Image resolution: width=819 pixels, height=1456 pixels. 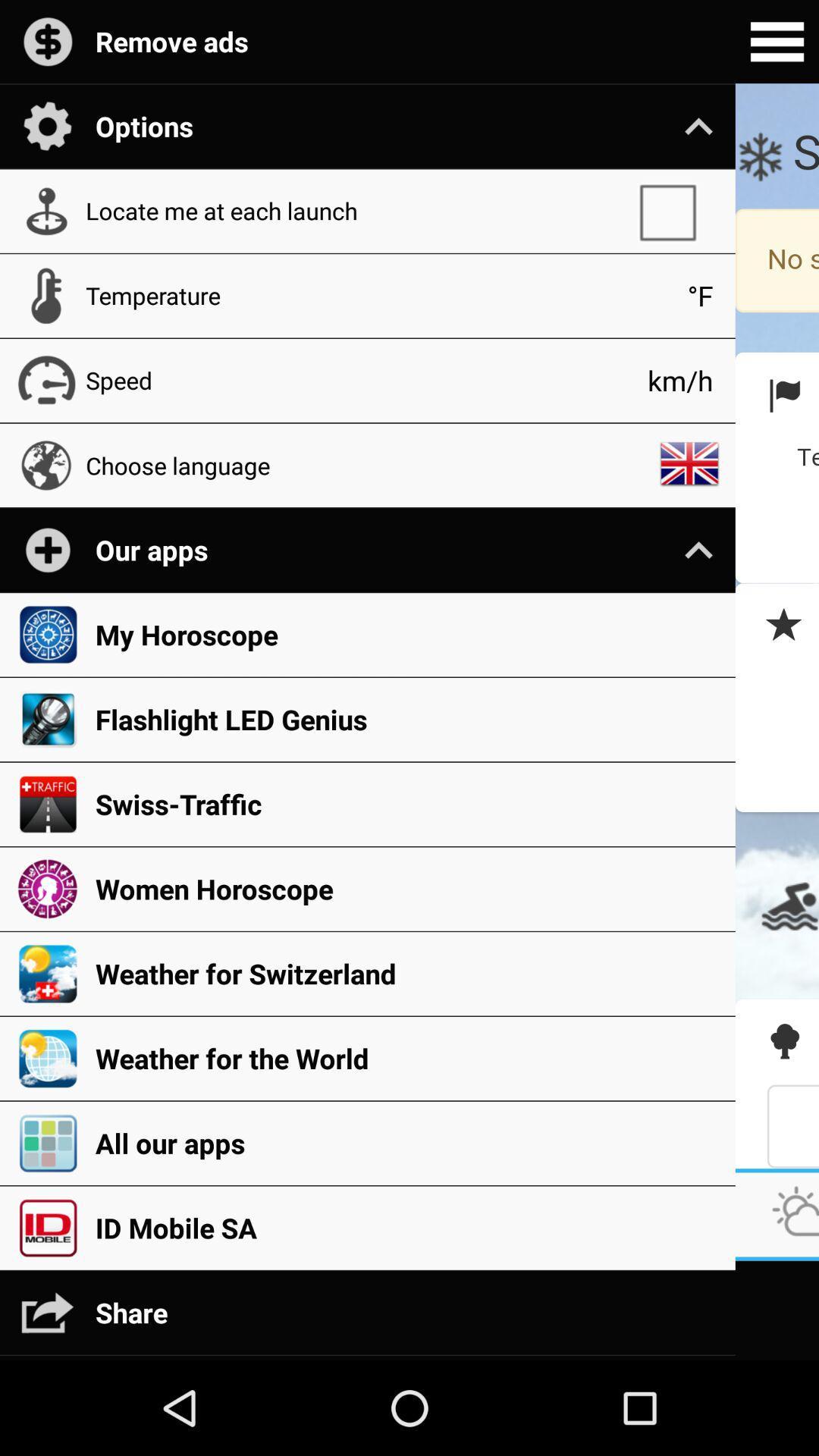 I want to click on switch the location option, so click(x=674, y=210).